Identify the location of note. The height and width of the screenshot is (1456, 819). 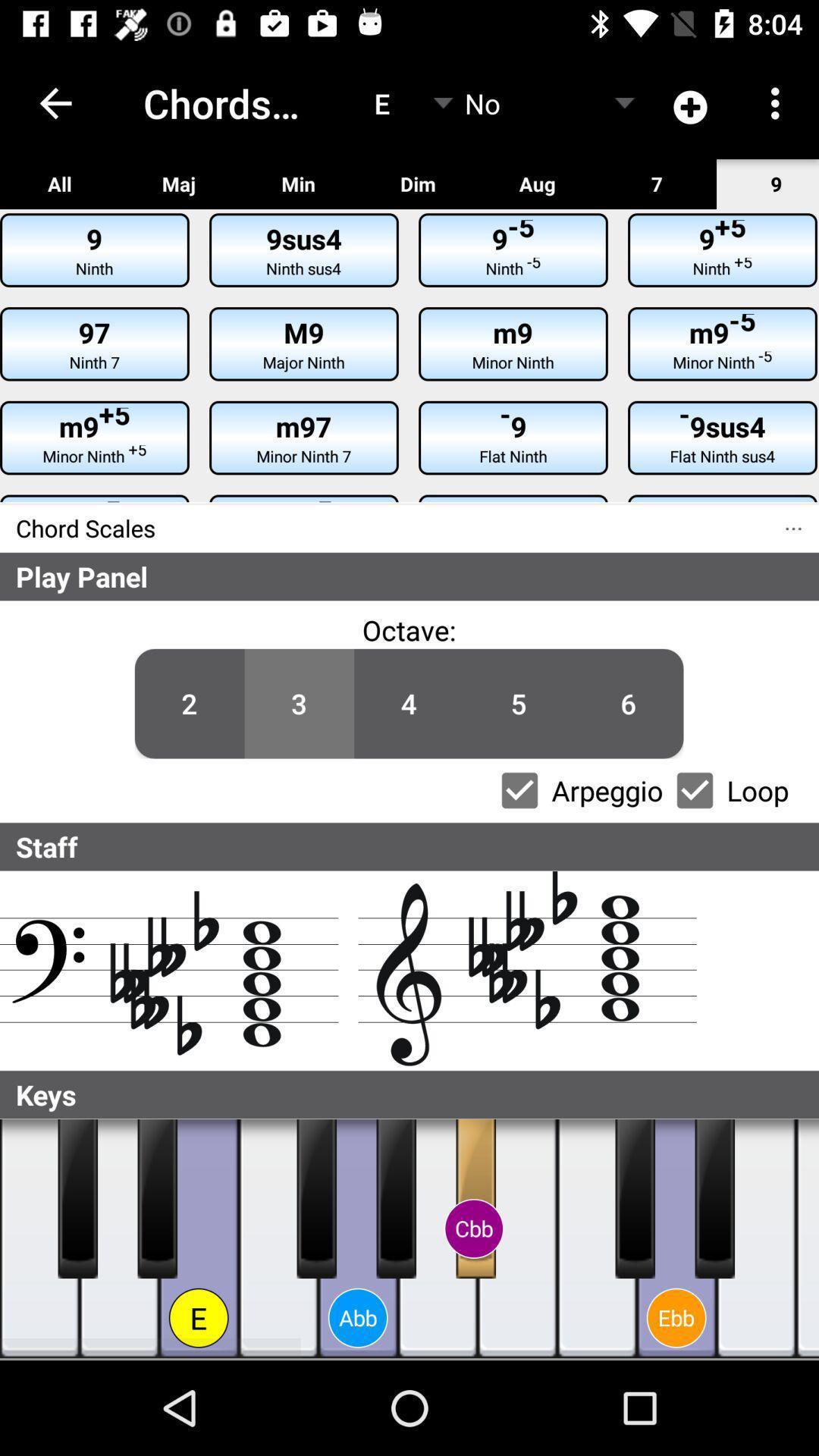
(315, 1197).